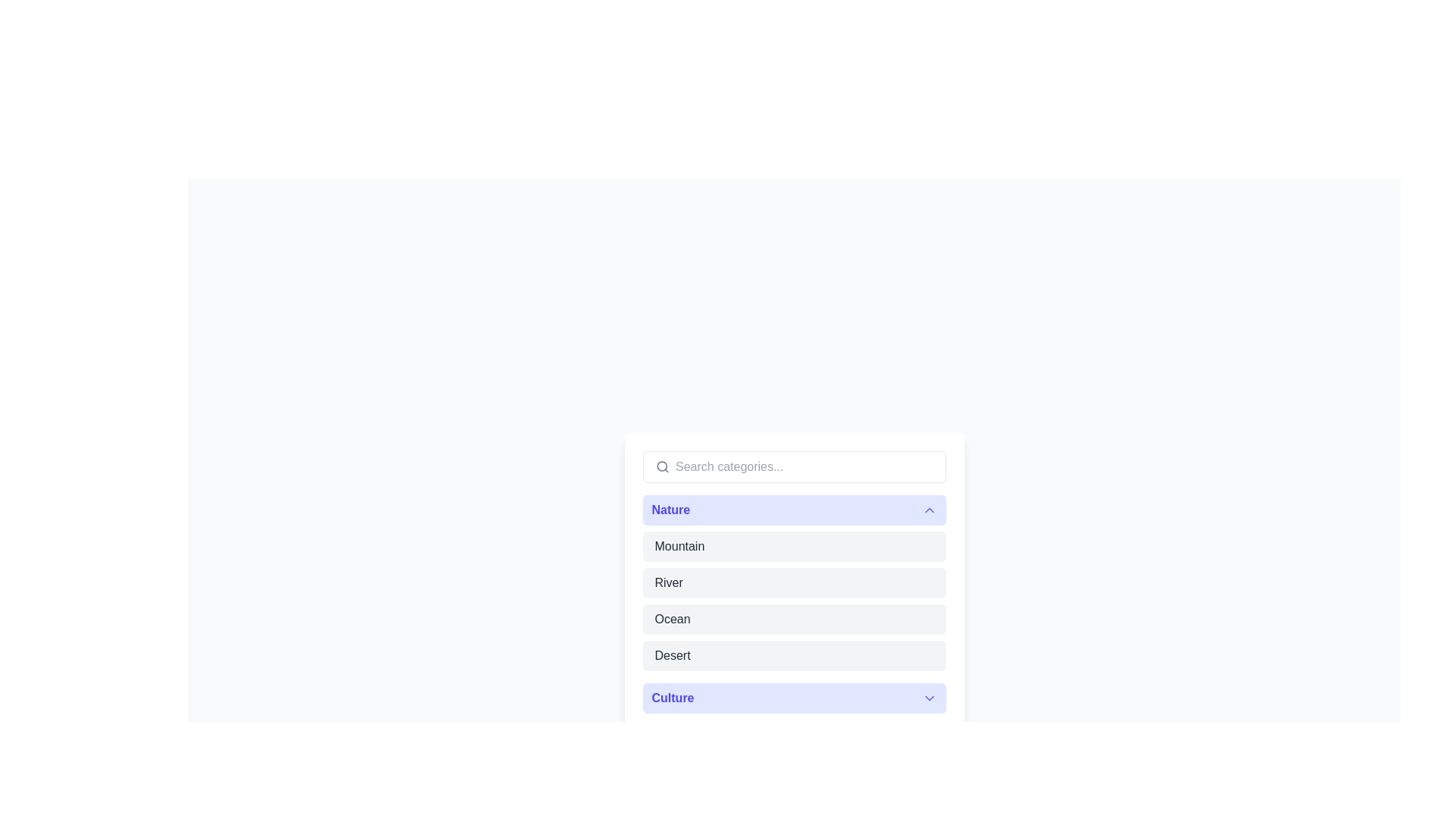 This screenshot has width=1456, height=819. I want to click on the 'Desert' text label in the 'Nature' category, so click(672, 654).